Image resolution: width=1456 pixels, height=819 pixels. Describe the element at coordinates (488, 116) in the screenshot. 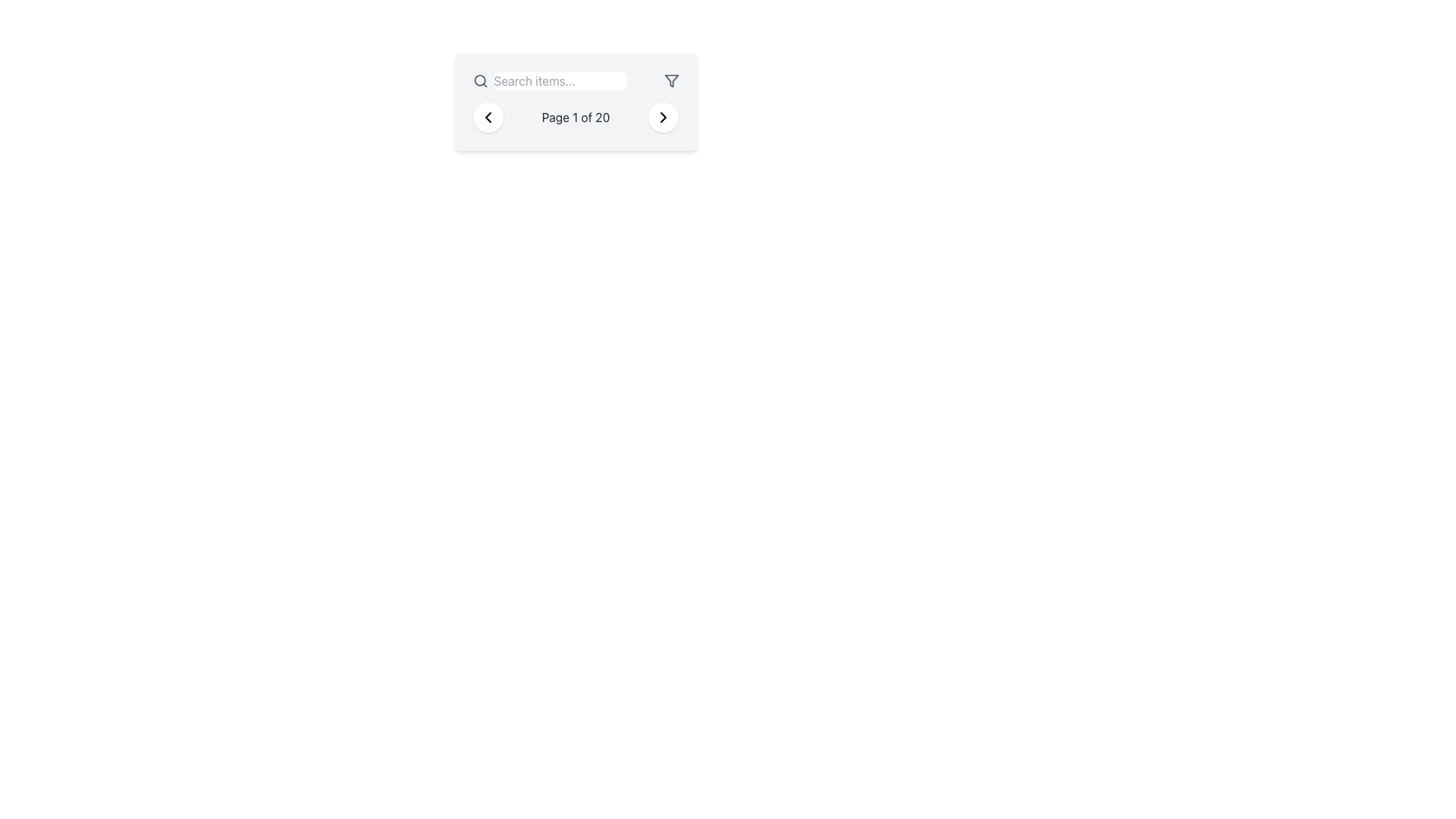

I see `the 'previous page' button located to the left of the text label 'Page 1 of 20' in the pagination control` at that location.